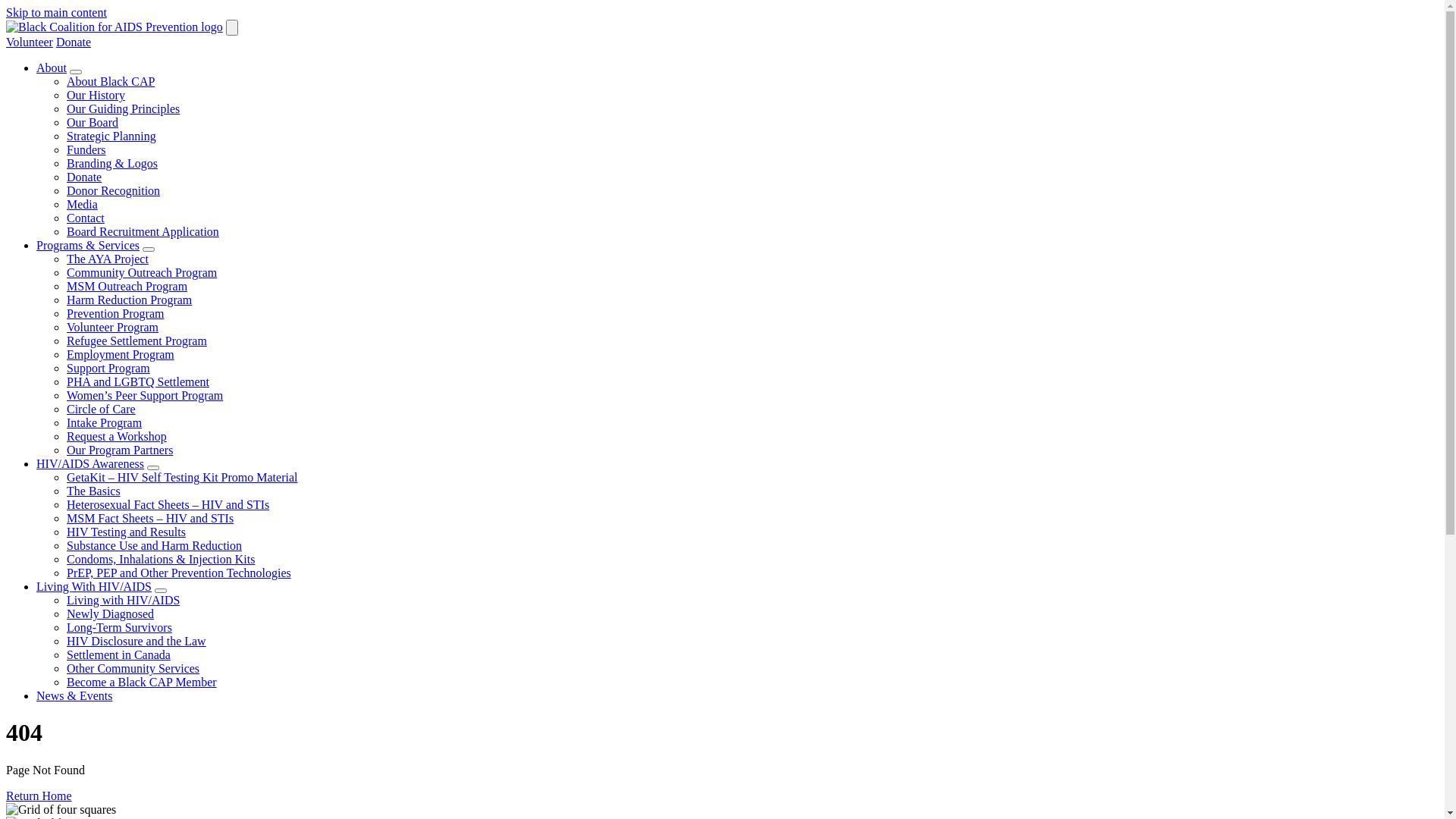 The image size is (1456, 819). What do you see at coordinates (107, 258) in the screenshot?
I see `'The AYA Project'` at bounding box center [107, 258].